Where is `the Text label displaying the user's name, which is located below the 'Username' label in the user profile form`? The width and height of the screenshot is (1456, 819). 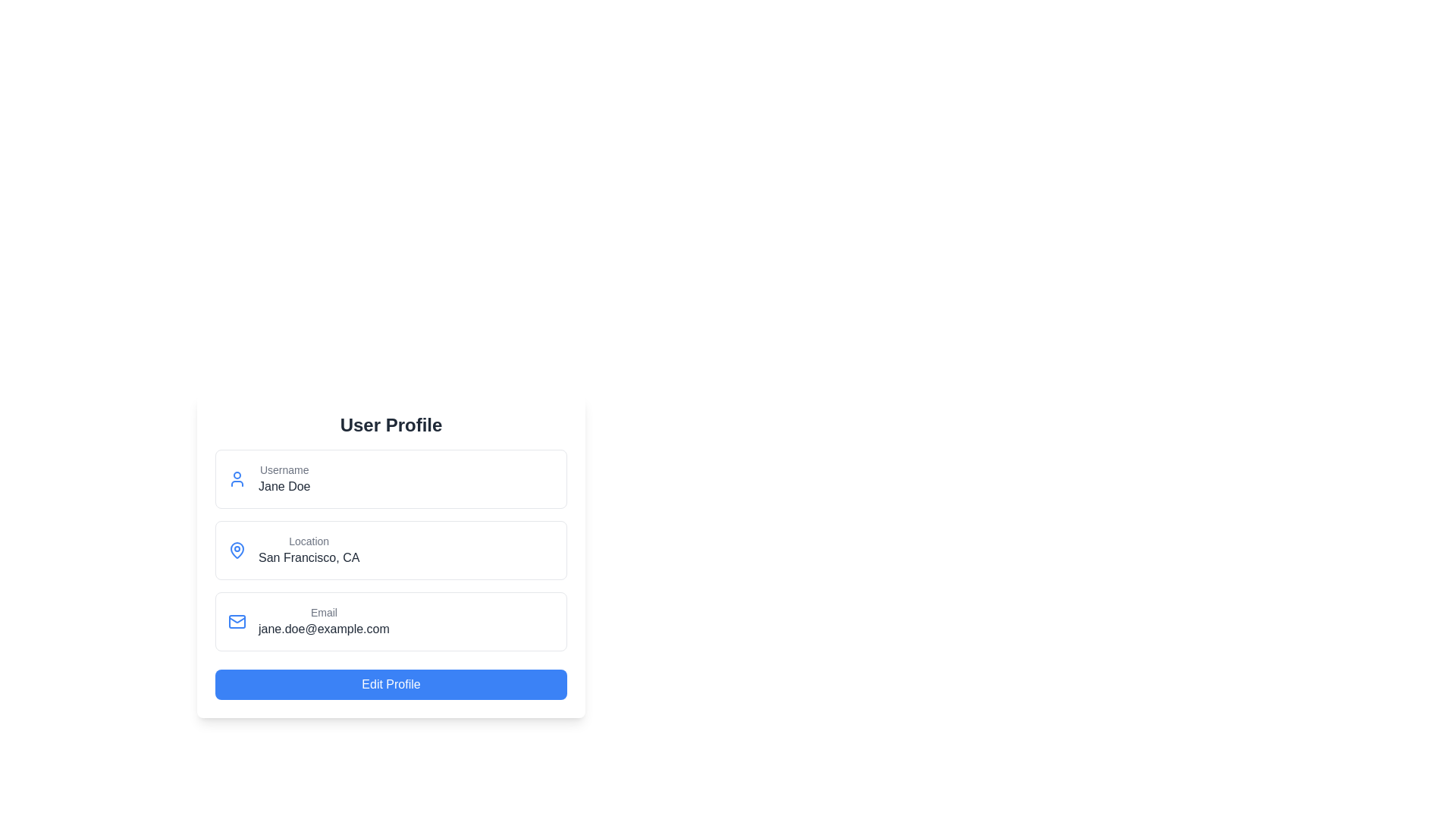 the Text label displaying the user's name, which is located below the 'Username' label in the user profile form is located at coordinates (284, 486).